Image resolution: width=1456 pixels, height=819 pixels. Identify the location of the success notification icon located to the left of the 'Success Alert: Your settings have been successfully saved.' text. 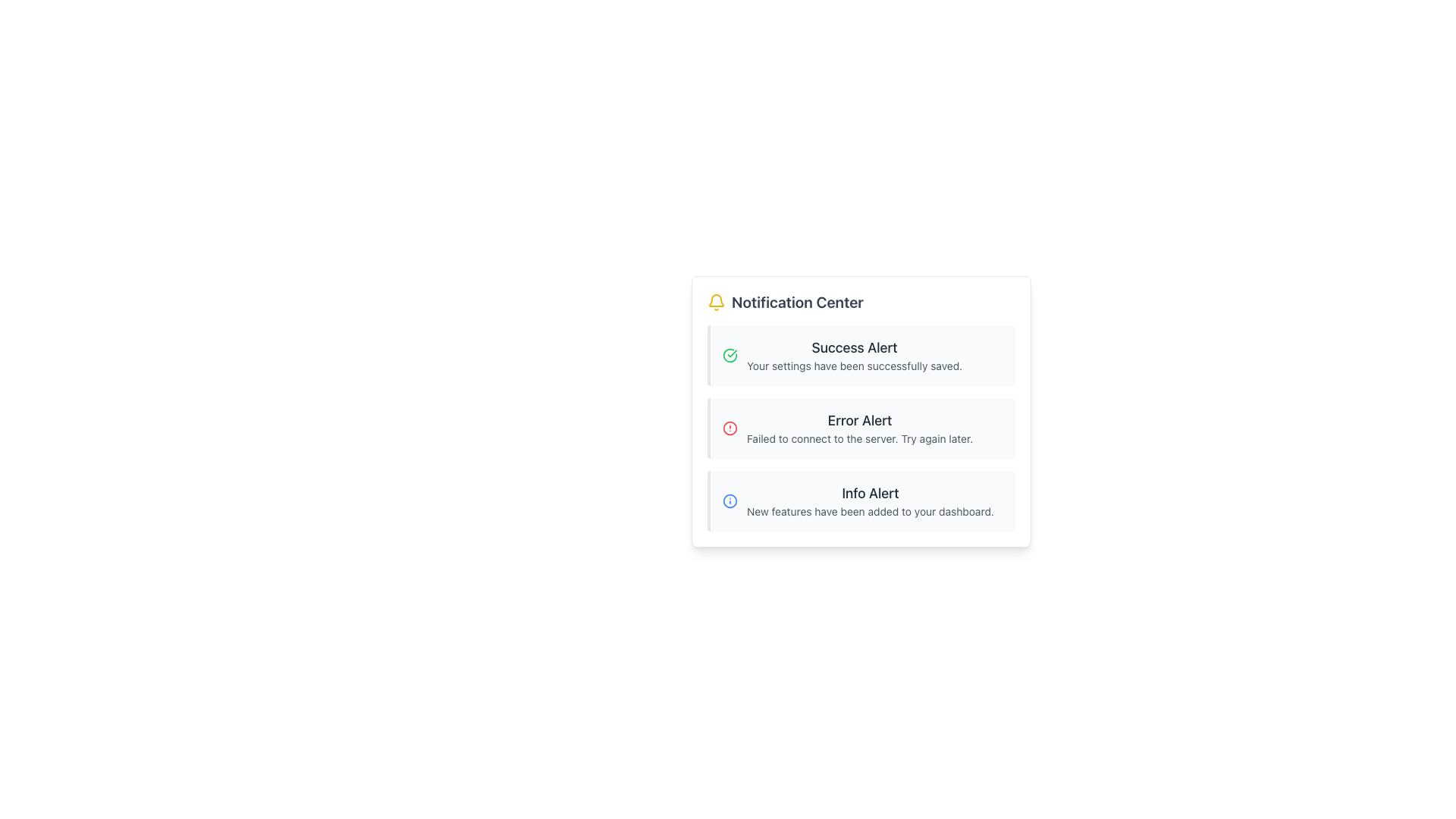
(730, 356).